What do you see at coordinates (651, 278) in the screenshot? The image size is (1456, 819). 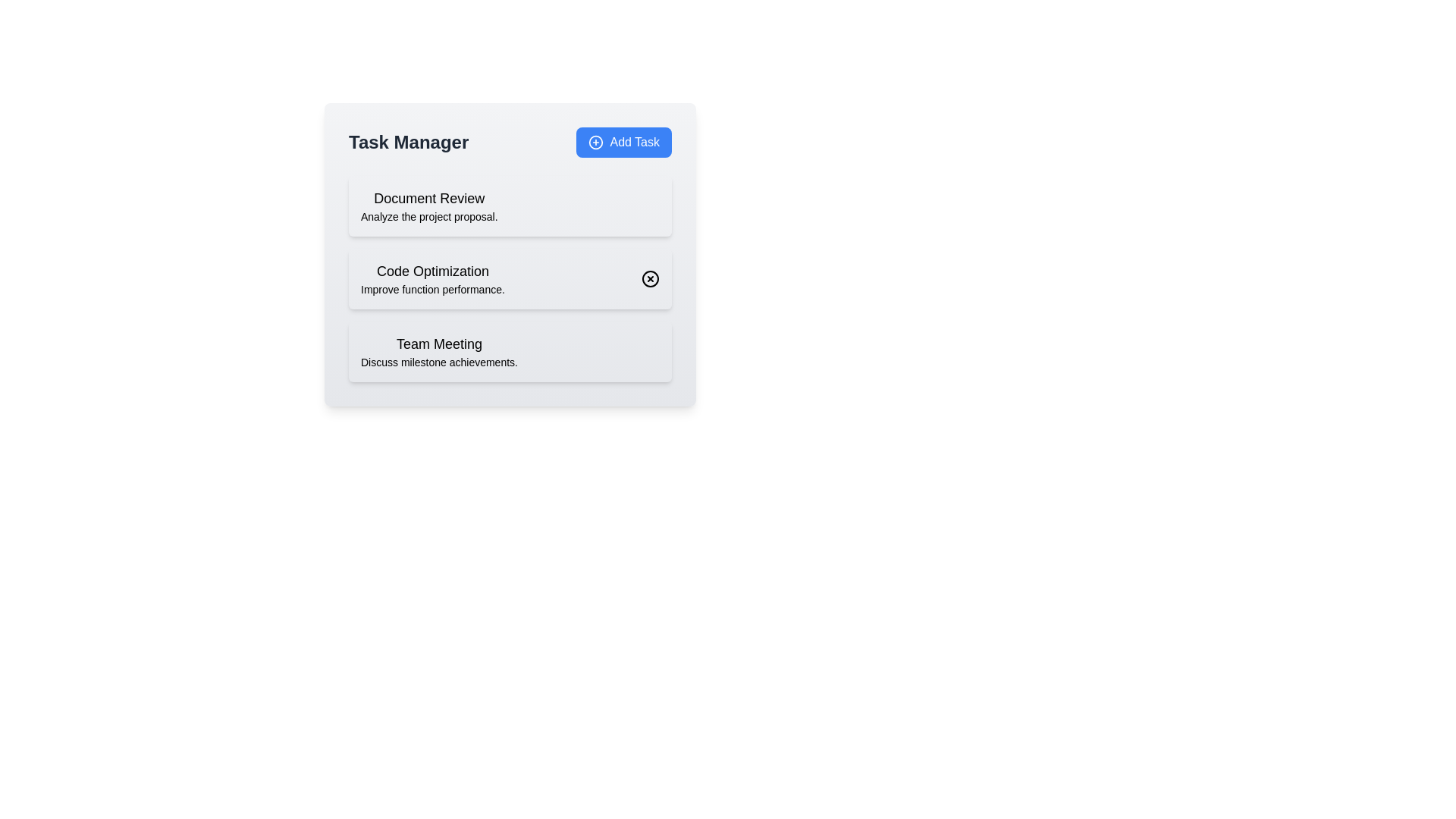 I see `the X icon next to the 'Code Optimization' task to remove it` at bounding box center [651, 278].